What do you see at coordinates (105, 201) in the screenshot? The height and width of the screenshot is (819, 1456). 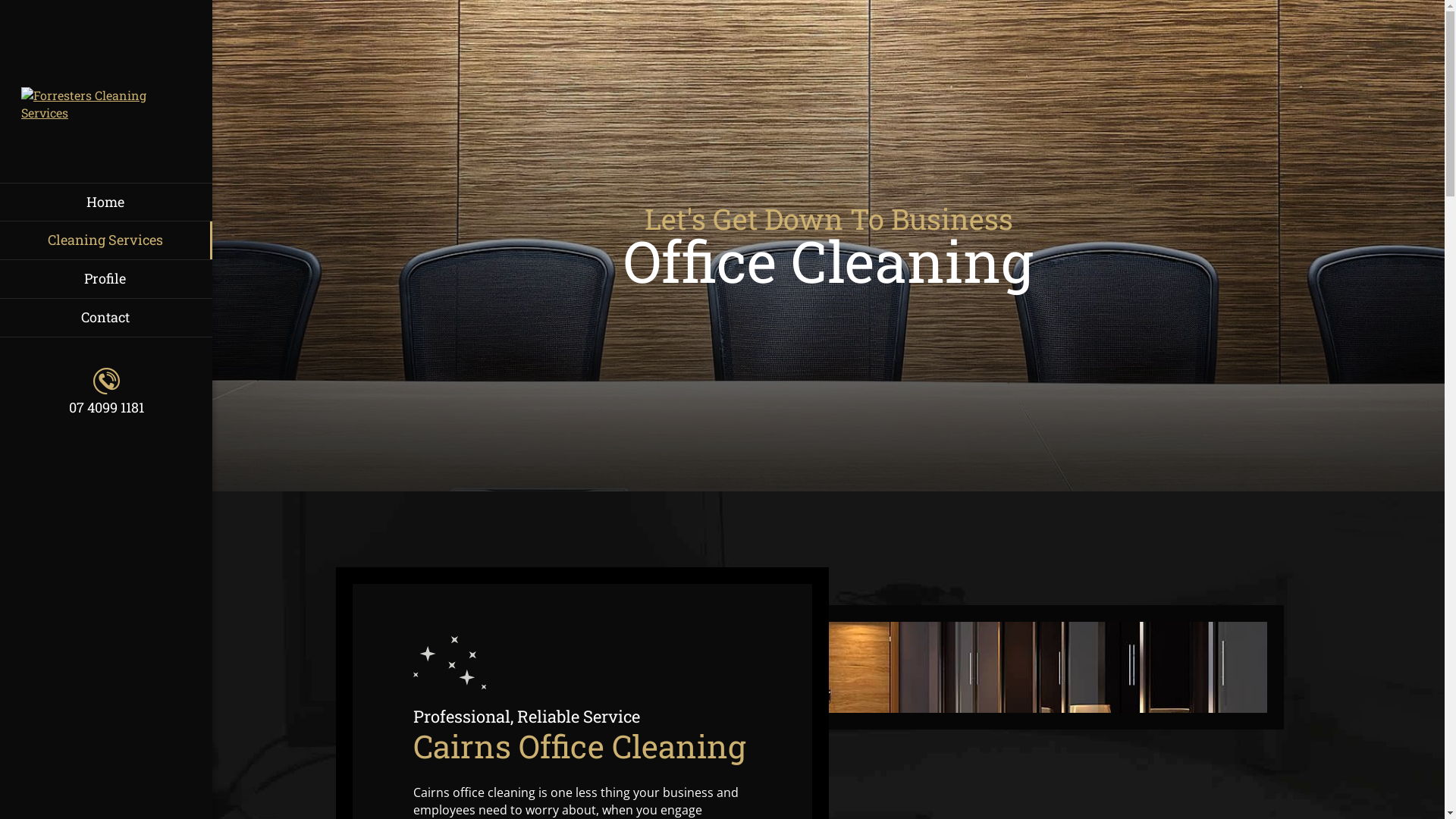 I see `'Home'` at bounding box center [105, 201].